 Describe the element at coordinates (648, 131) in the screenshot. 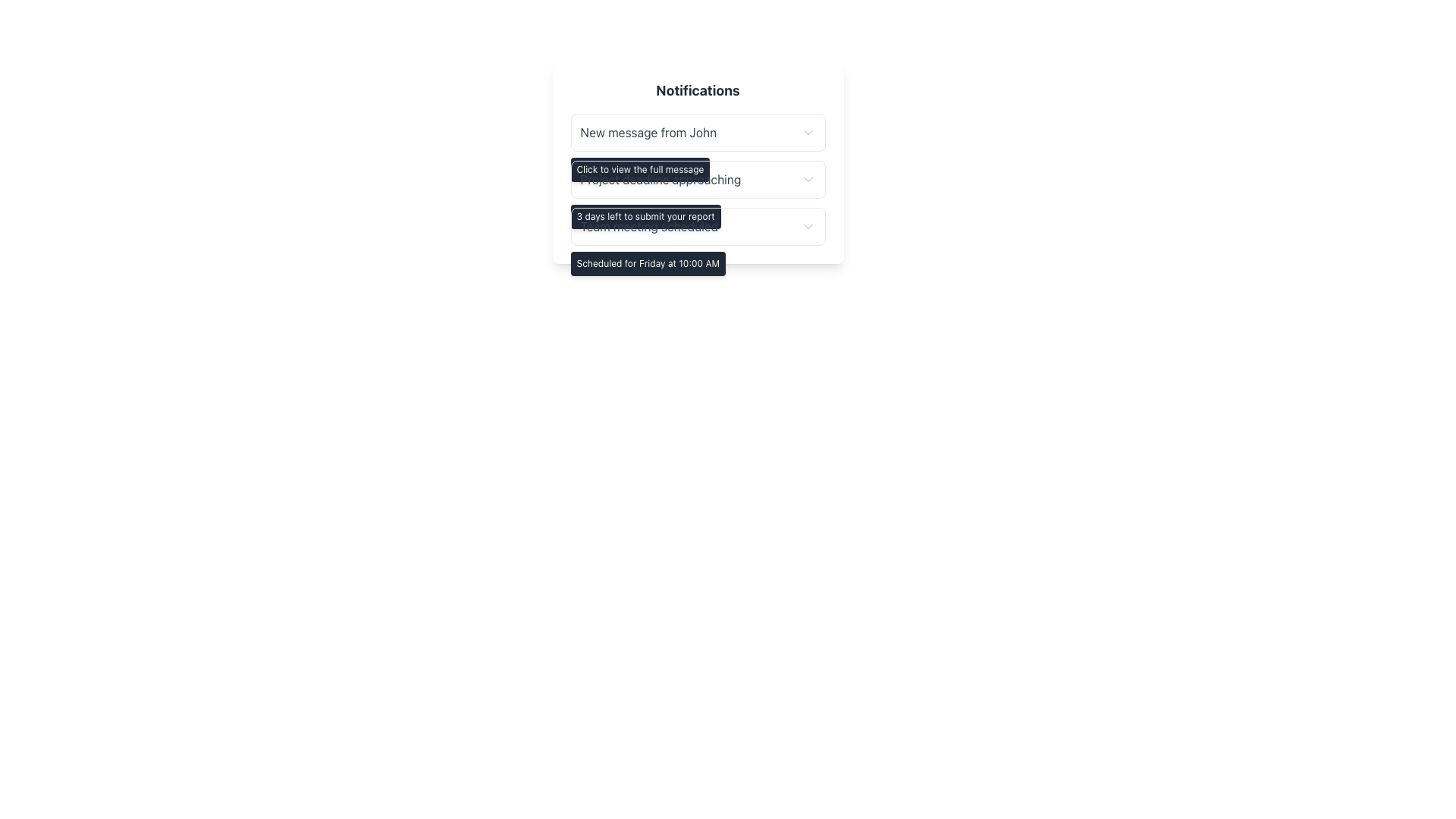

I see `the text snippet reading 'New message from John,' which is styled in gray and located at the top of the vertical list of notification entries` at that location.